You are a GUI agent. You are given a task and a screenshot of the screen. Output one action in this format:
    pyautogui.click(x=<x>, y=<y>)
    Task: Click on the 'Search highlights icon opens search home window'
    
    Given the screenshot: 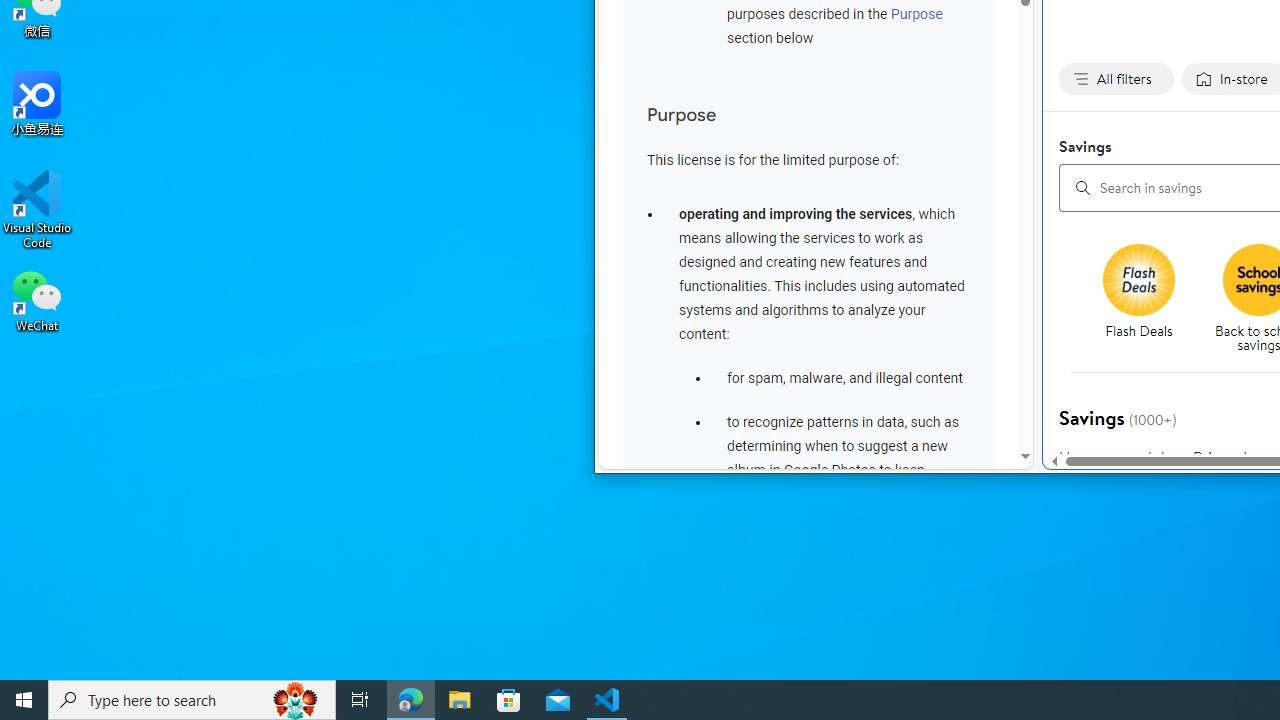 What is the action you would take?
    pyautogui.click(x=294, y=698)
    